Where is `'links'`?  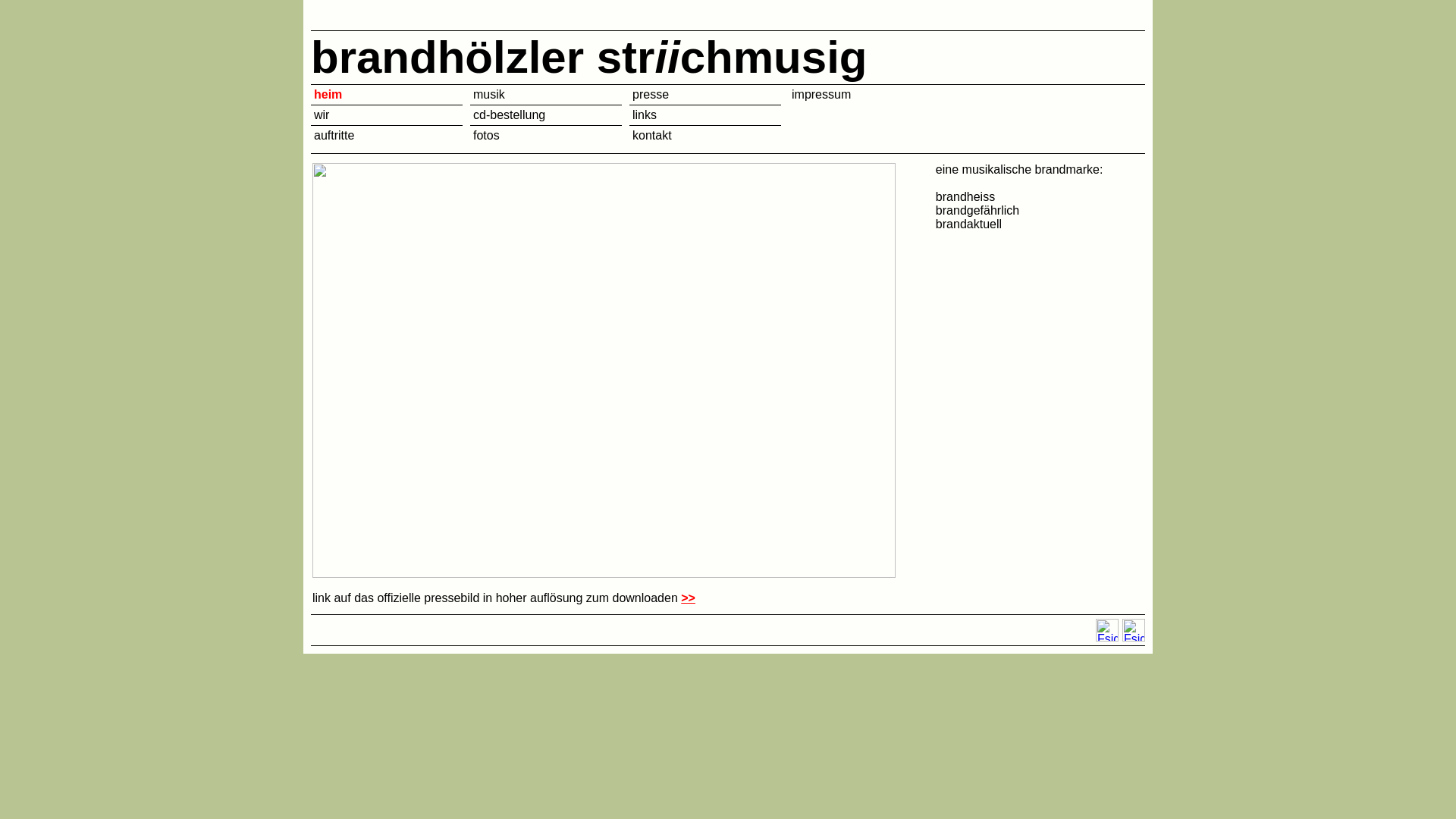
'links' is located at coordinates (644, 114).